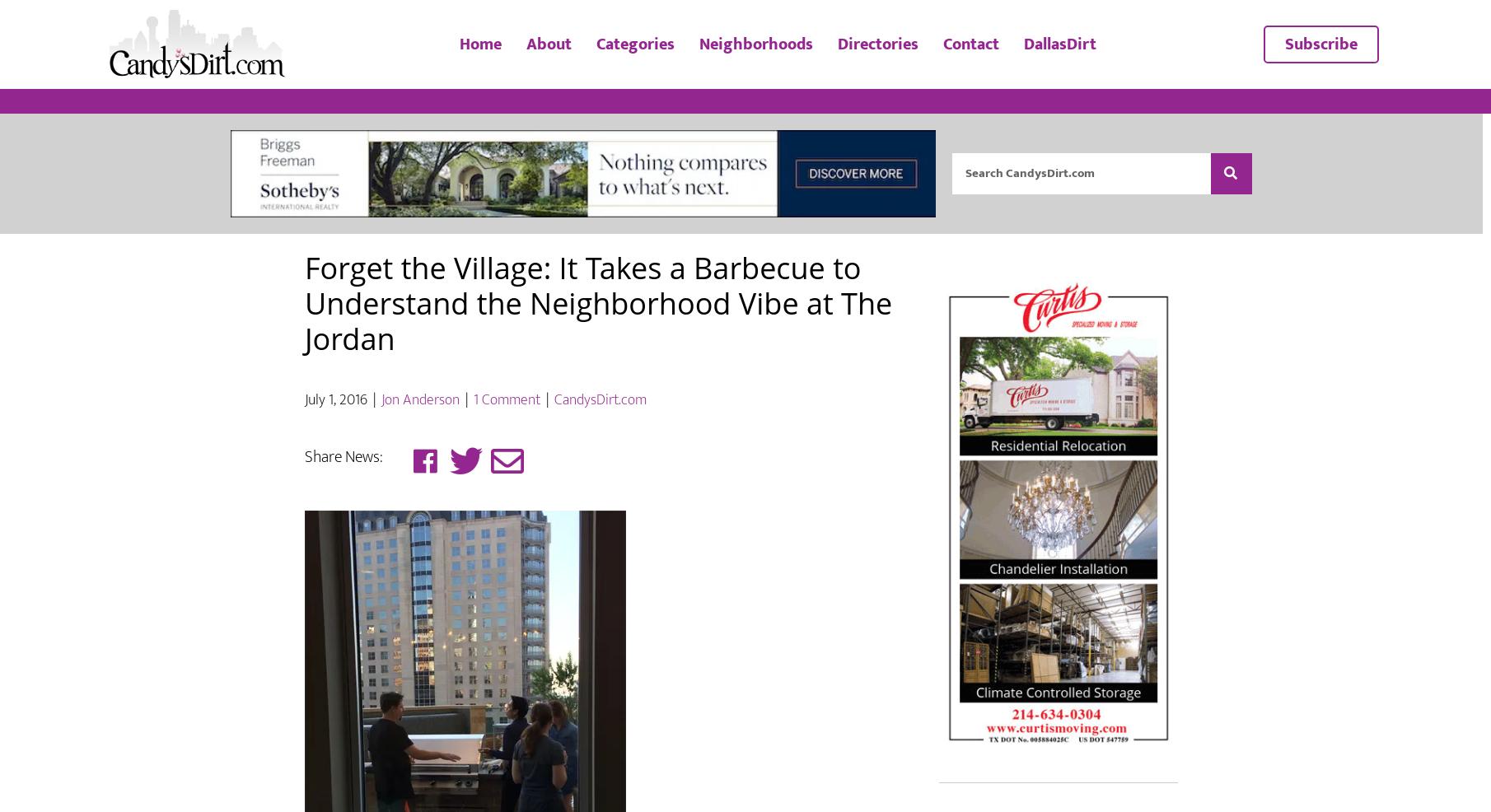  I want to click on 'Jon Anderson', so click(419, 446).